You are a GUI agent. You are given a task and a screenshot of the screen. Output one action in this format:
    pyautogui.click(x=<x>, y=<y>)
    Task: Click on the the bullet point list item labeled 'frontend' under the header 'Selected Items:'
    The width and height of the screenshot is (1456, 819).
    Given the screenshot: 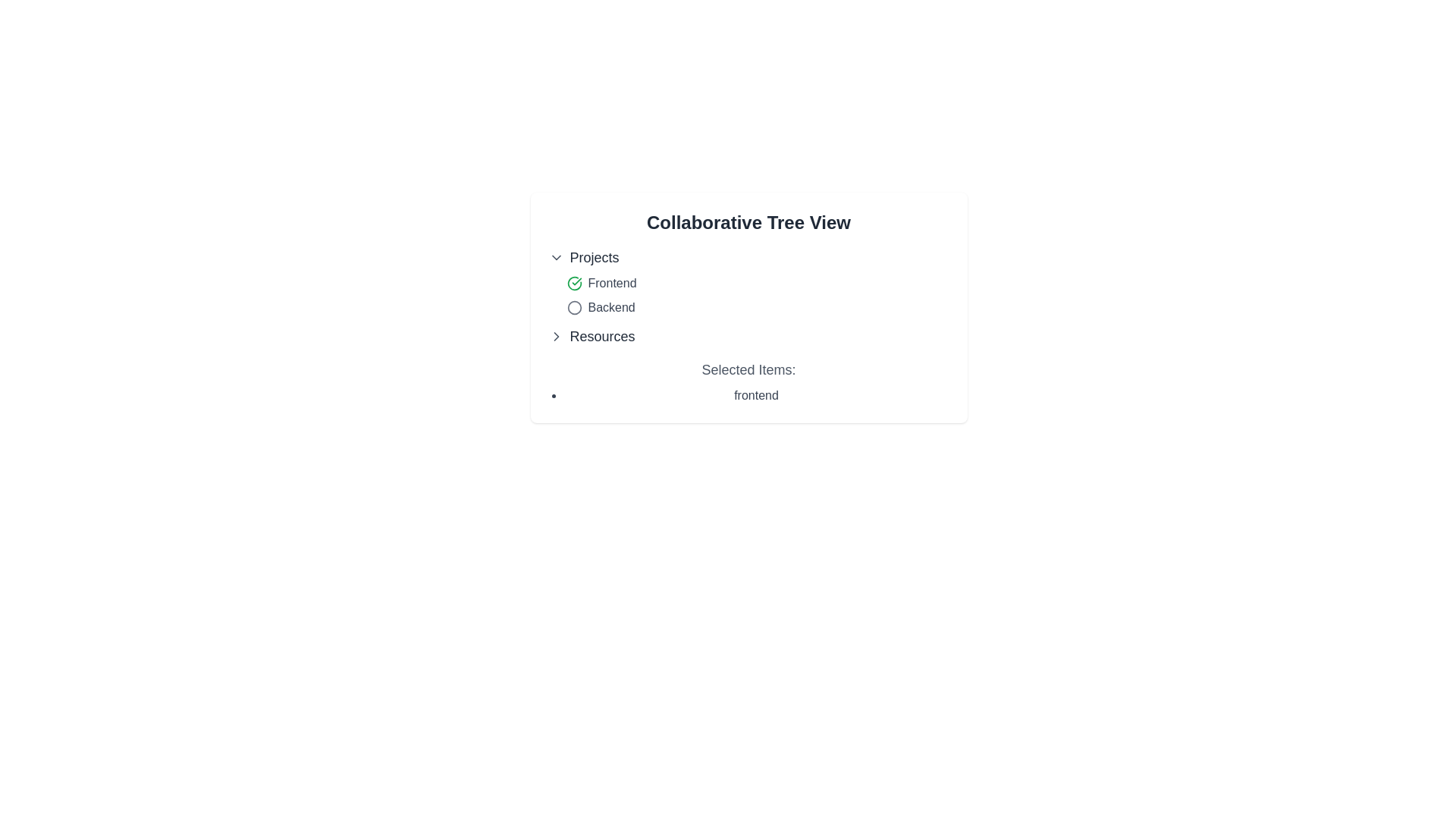 What is the action you would take?
    pyautogui.click(x=748, y=394)
    